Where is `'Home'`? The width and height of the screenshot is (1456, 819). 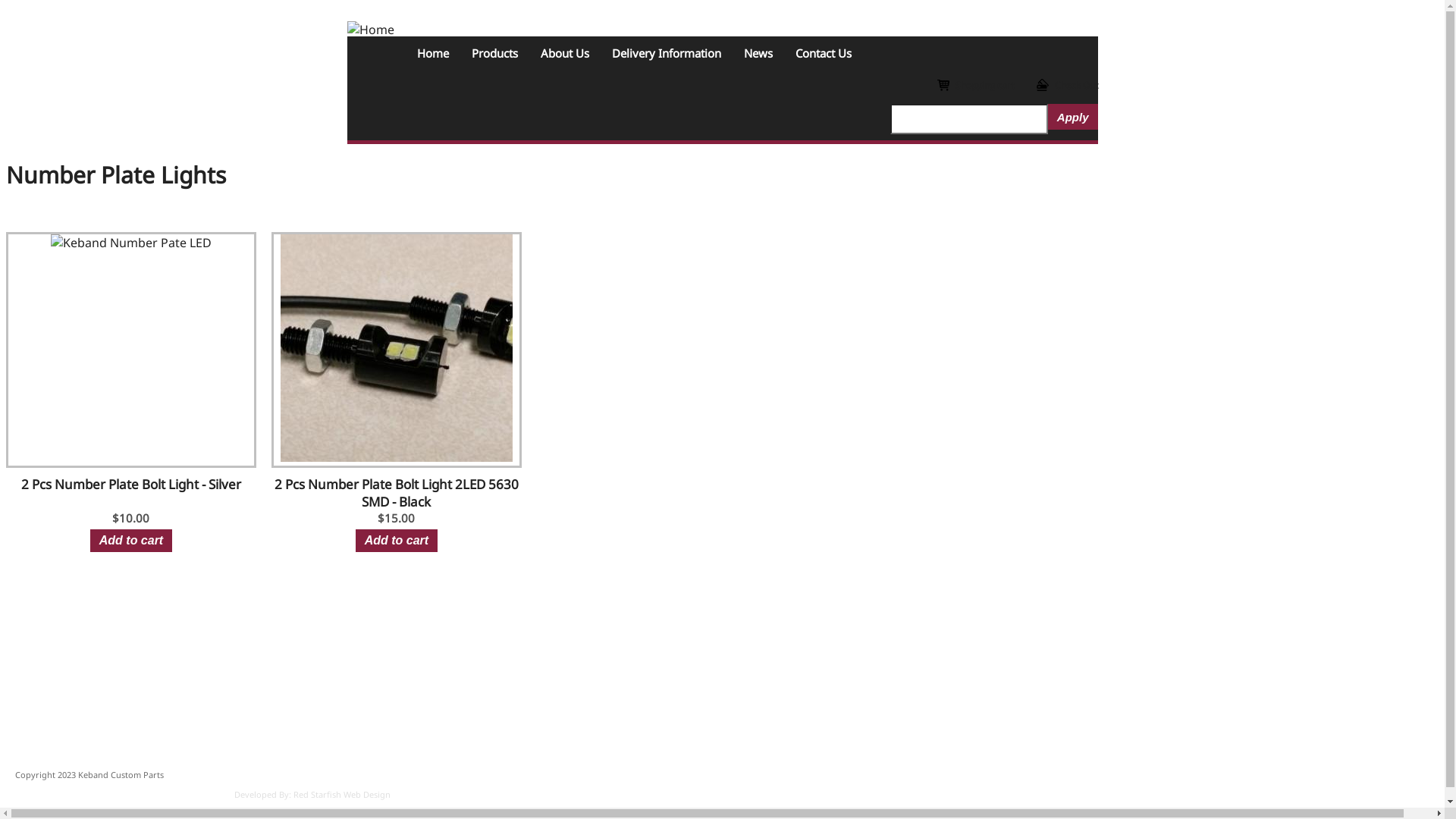
'Home' is located at coordinates (404, 52).